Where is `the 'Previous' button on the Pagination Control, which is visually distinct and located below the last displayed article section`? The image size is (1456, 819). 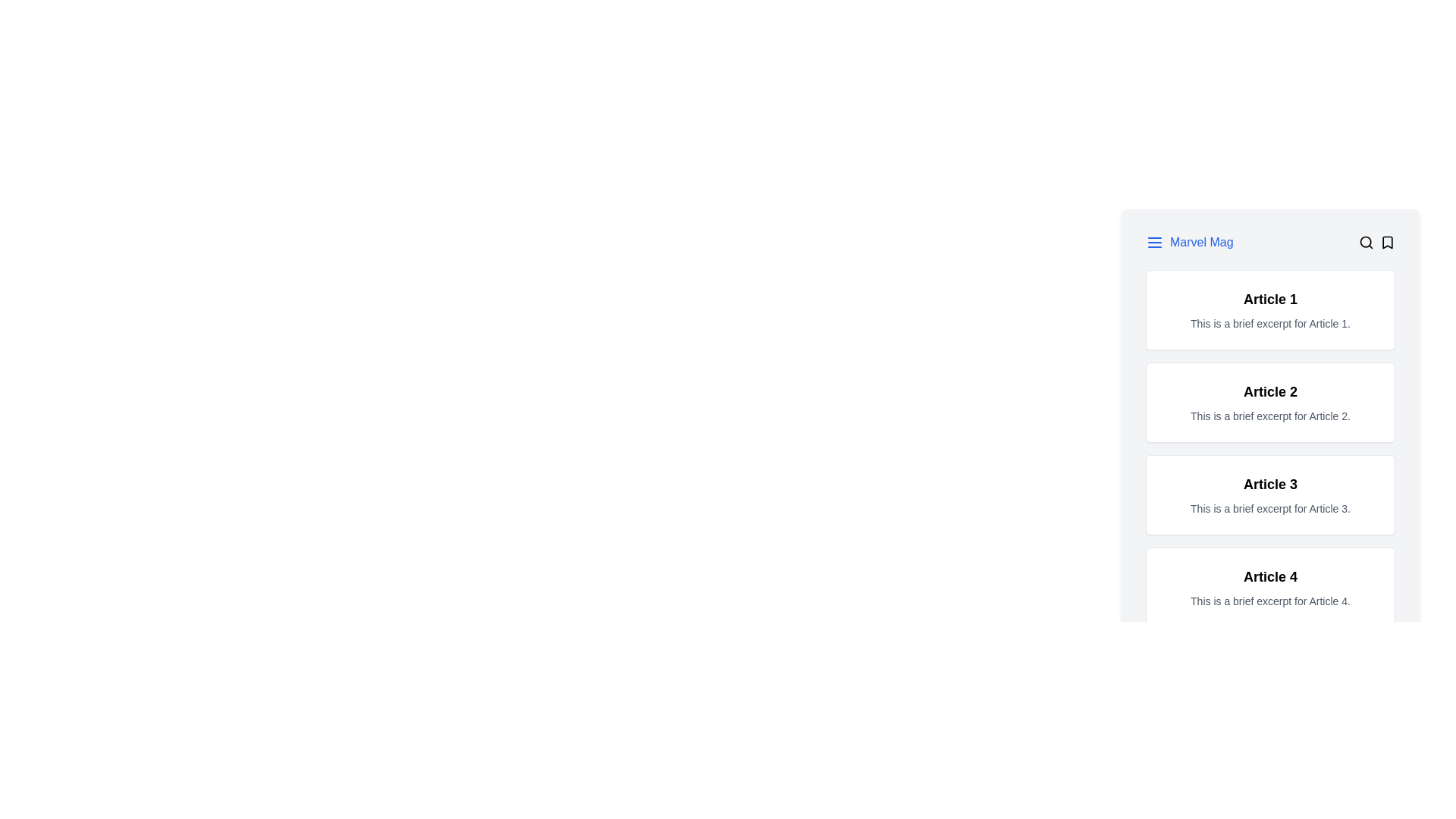
the 'Previous' button on the Pagination Control, which is visually distinct and located below the last displayed article section is located at coordinates (1270, 754).